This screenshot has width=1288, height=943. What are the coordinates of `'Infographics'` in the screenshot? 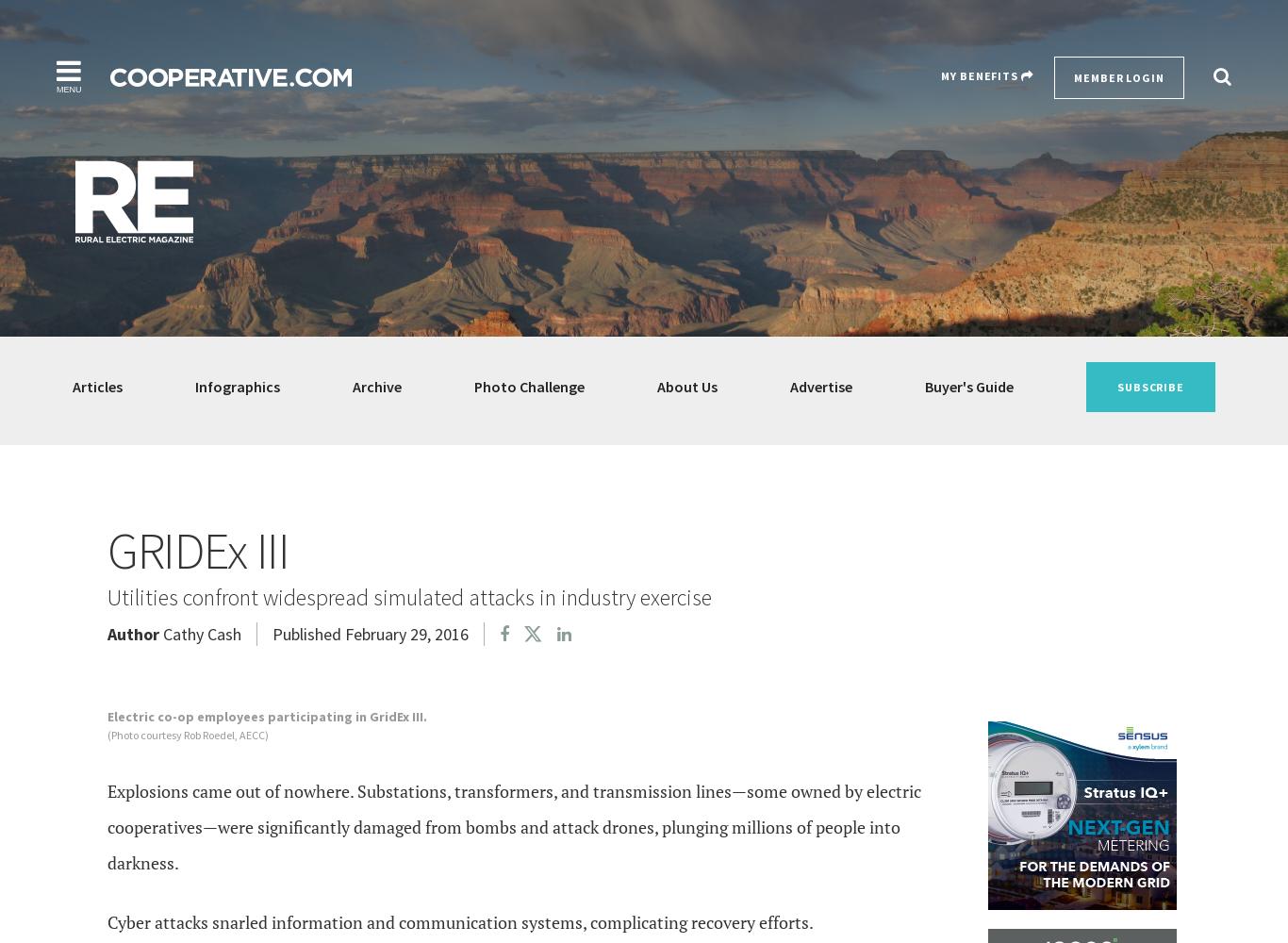 It's located at (238, 387).